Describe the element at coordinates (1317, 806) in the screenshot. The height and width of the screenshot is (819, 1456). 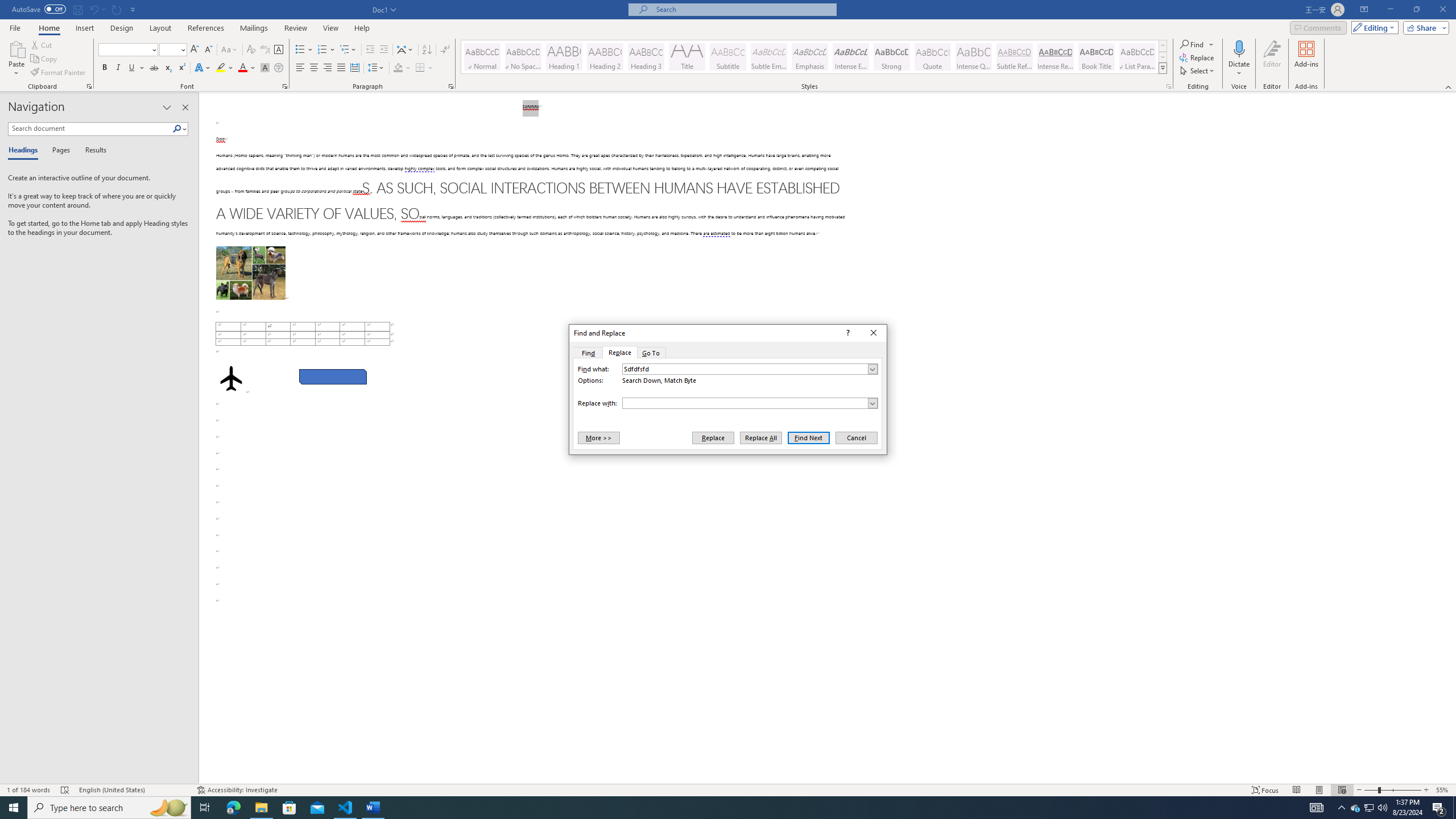
I see `'AutomationID: 4105'` at that location.